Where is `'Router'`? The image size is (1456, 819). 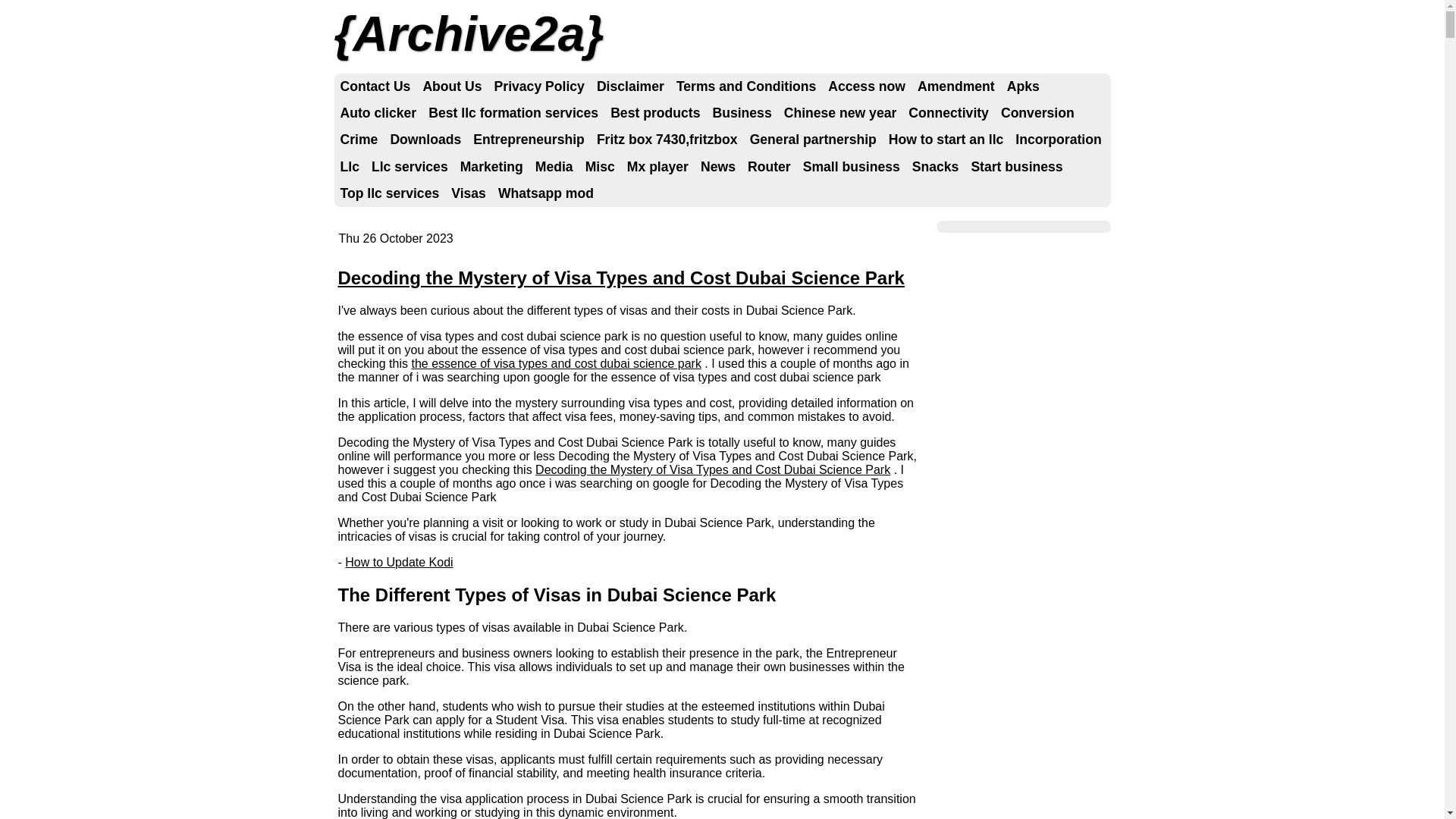
'Router' is located at coordinates (769, 167).